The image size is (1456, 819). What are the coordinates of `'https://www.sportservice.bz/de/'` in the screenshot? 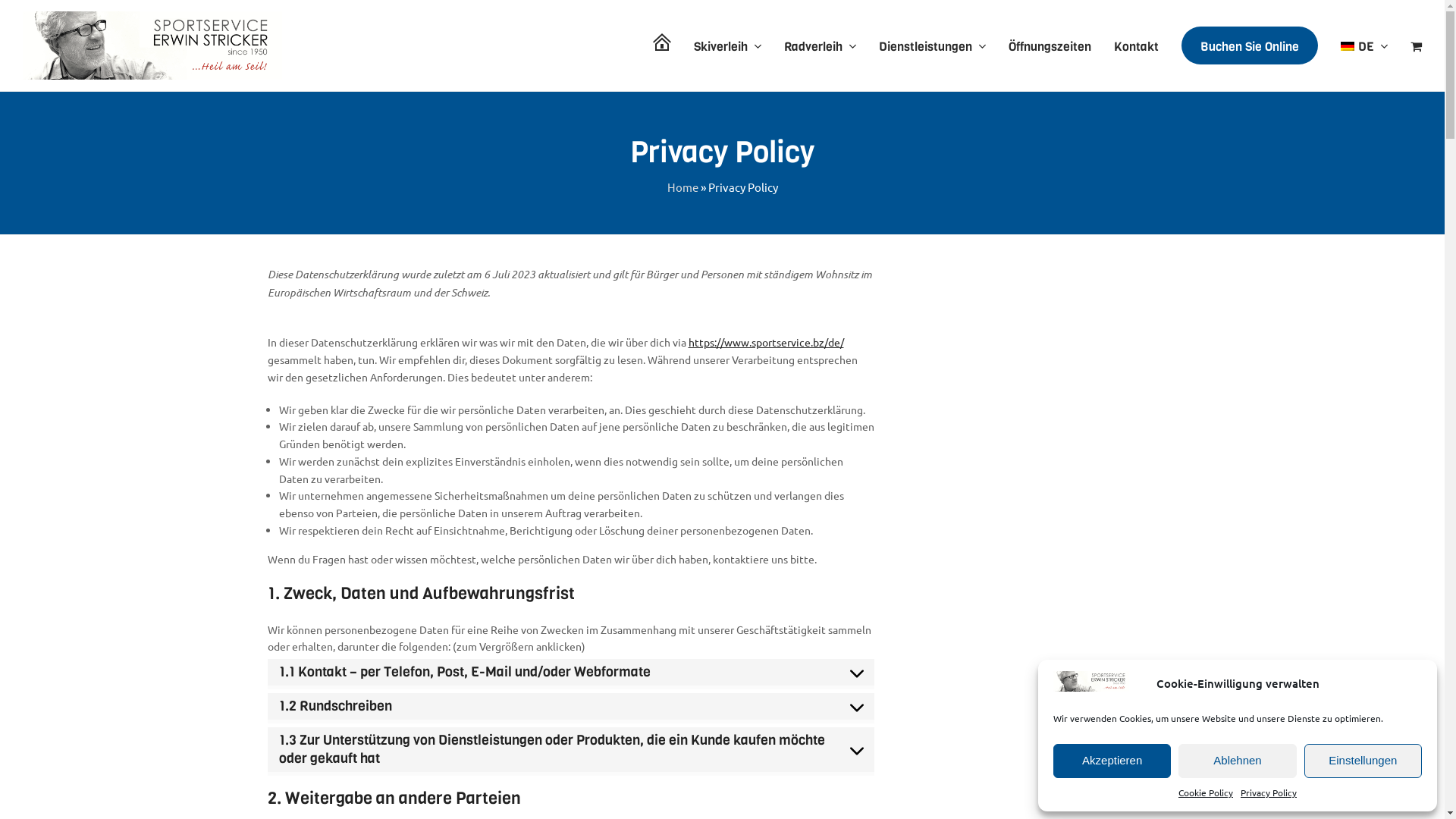 It's located at (766, 342).